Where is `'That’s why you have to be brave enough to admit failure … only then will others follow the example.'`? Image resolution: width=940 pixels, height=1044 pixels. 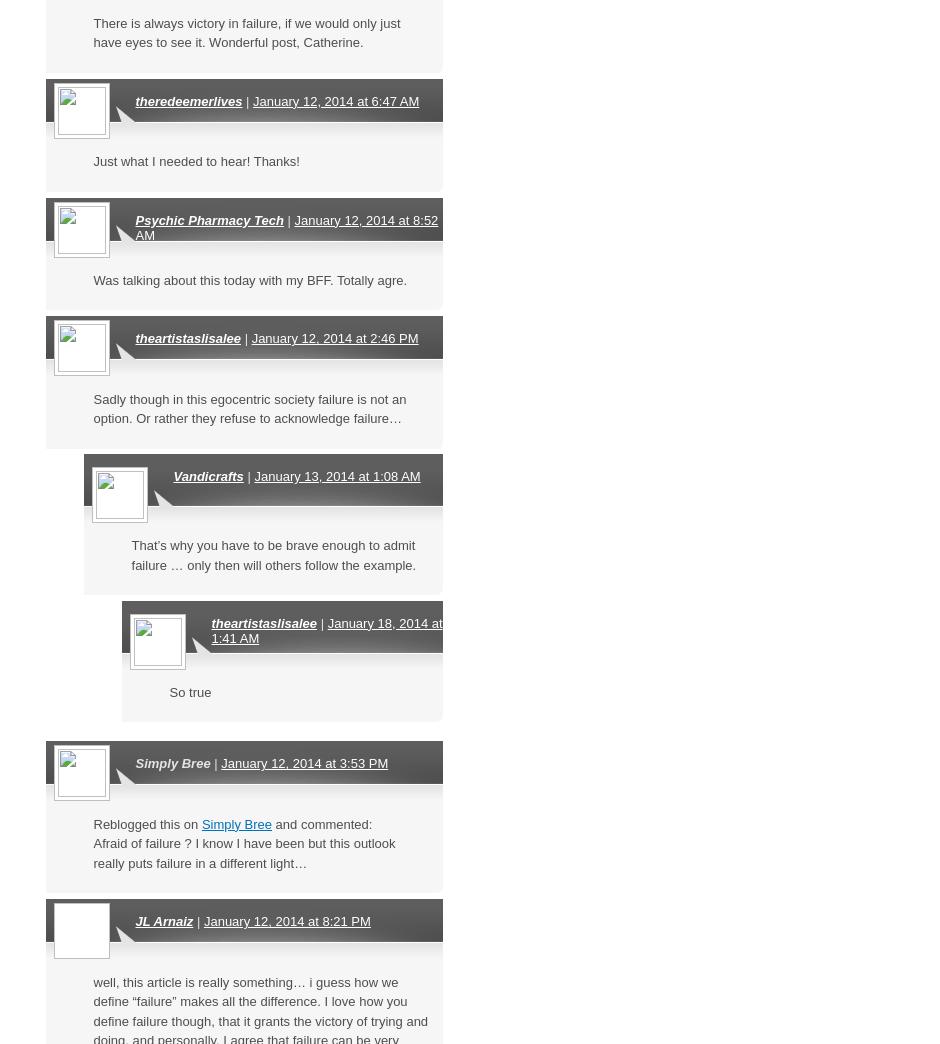 'That’s why you have to be brave enough to admit failure … only then will others follow the example.' is located at coordinates (273, 553).